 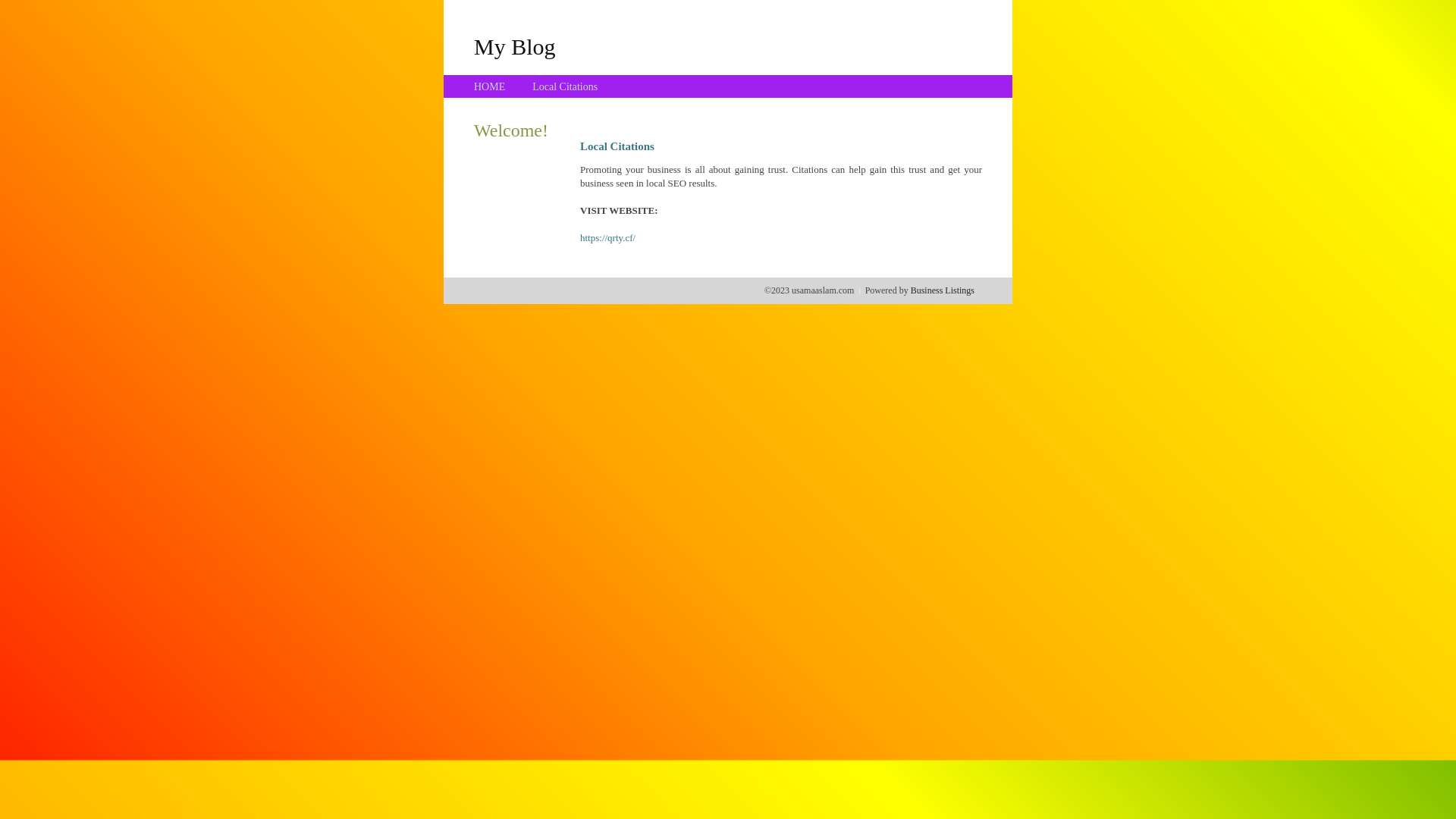 I want to click on 'HOME', so click(x=472, y=86).